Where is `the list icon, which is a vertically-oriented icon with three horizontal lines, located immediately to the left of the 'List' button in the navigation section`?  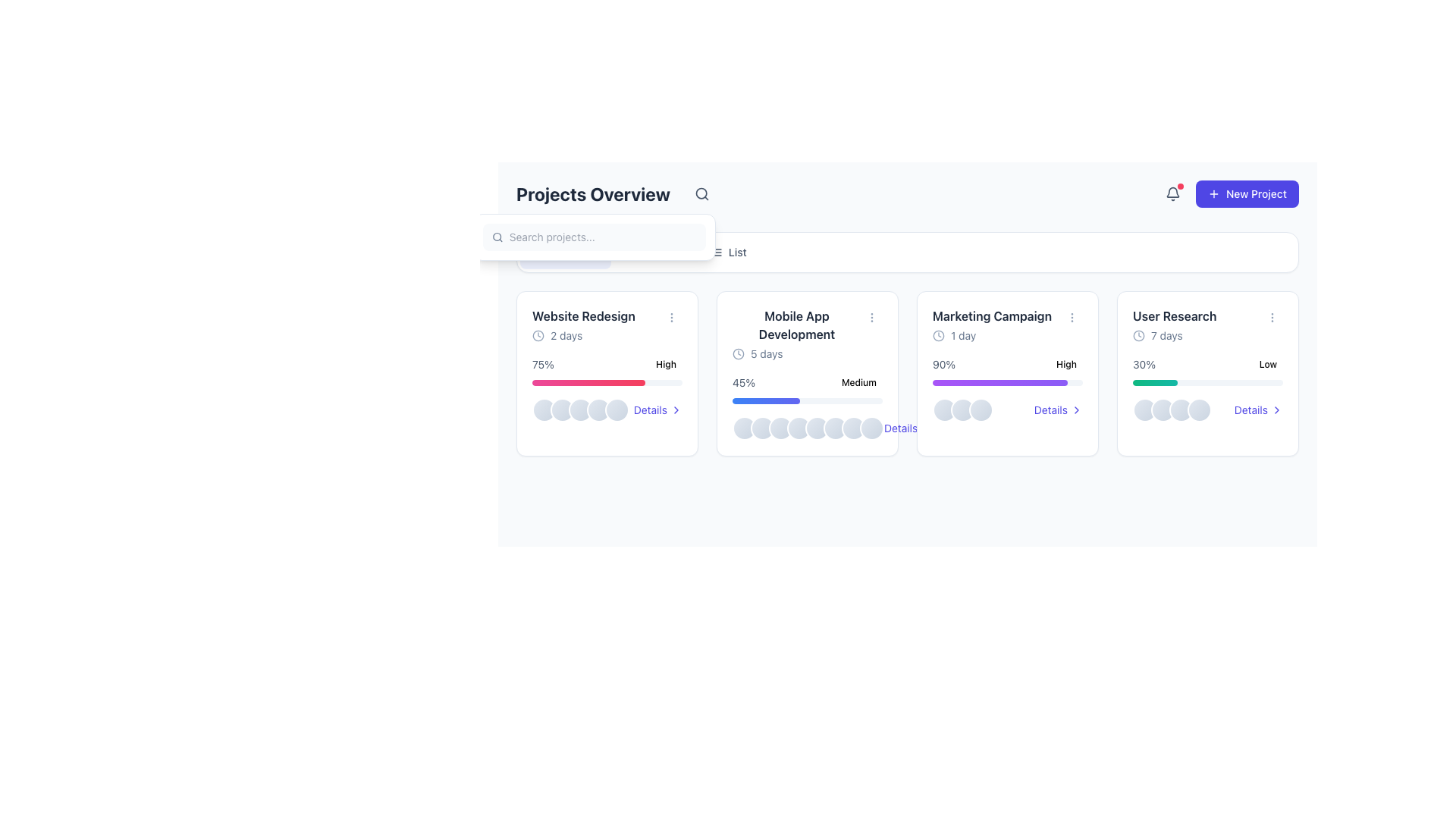
the list icon, which is a vertically-oriented icon with three horizontal lines, located immediately to the left of the 'List' button in the navigation section is located at coordinates (715, 251).